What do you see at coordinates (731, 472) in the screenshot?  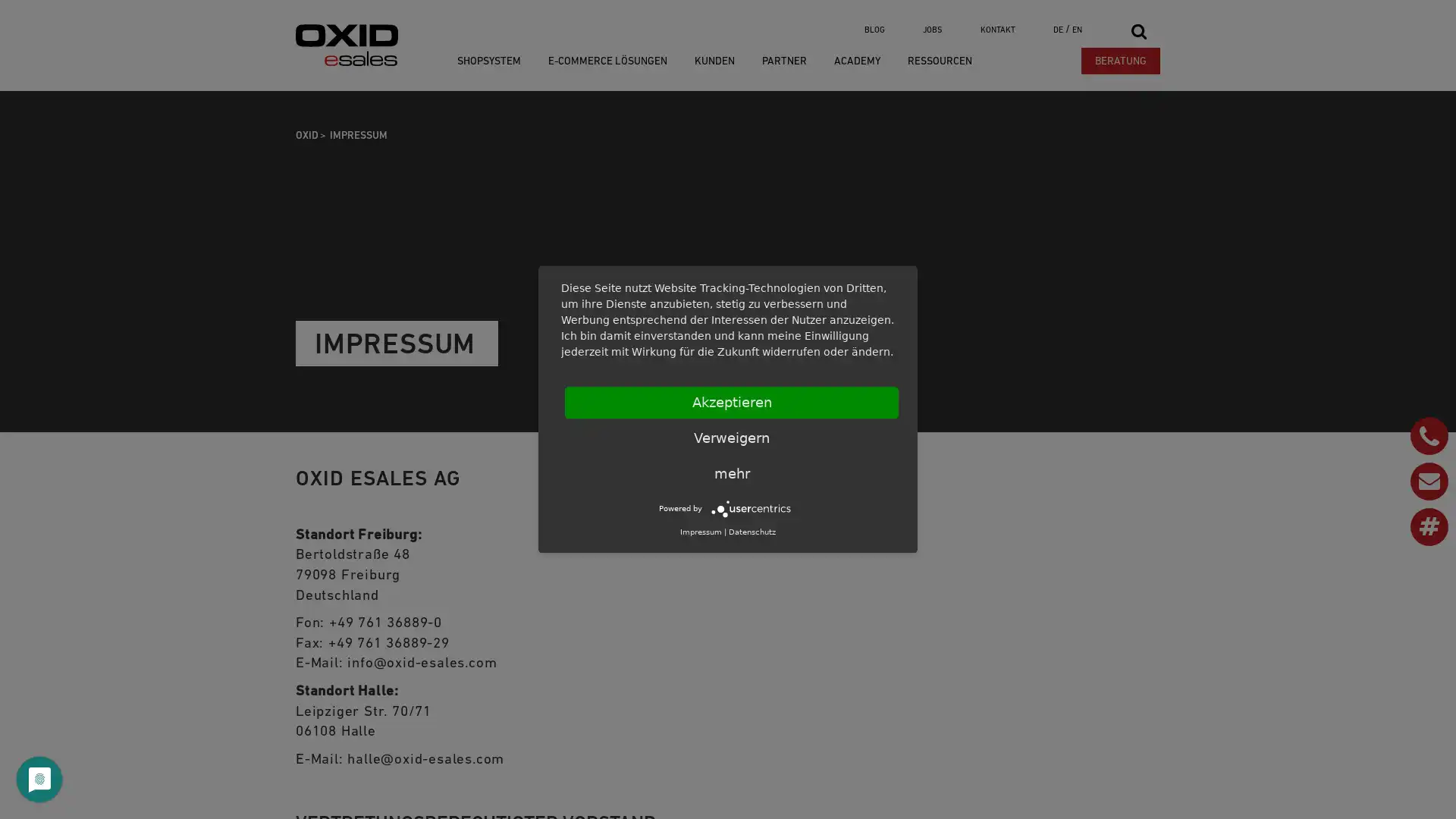 I see `mehr` at bounding box center [731, 472].